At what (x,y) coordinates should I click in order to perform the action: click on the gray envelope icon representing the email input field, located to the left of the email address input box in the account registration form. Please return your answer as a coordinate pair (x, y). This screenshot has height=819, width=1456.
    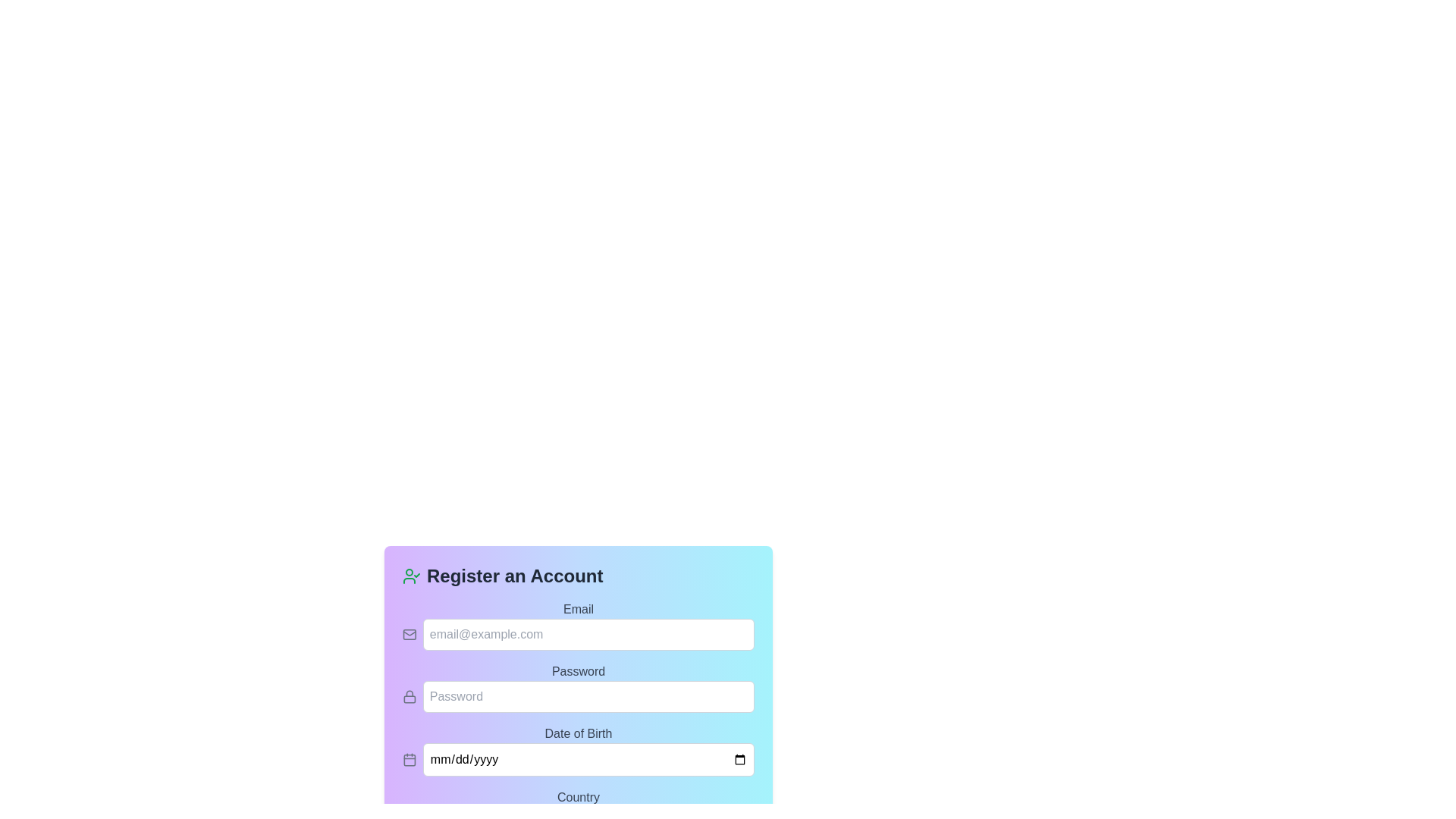
    Looking at the image, I should click on (409, 635).